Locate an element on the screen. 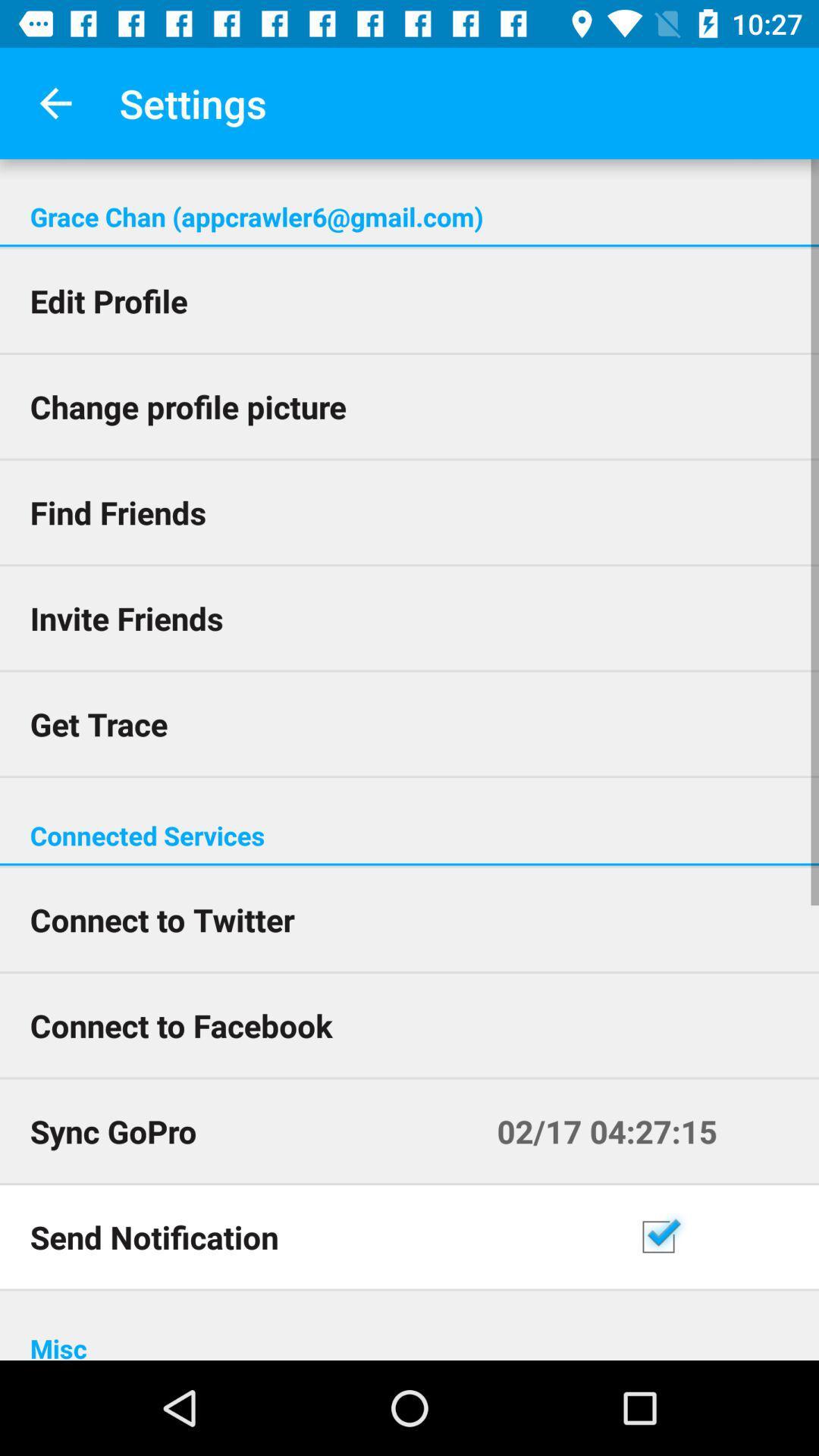  the icon above the grace chan appcrawler6 item is located at coordinates (55, 102).